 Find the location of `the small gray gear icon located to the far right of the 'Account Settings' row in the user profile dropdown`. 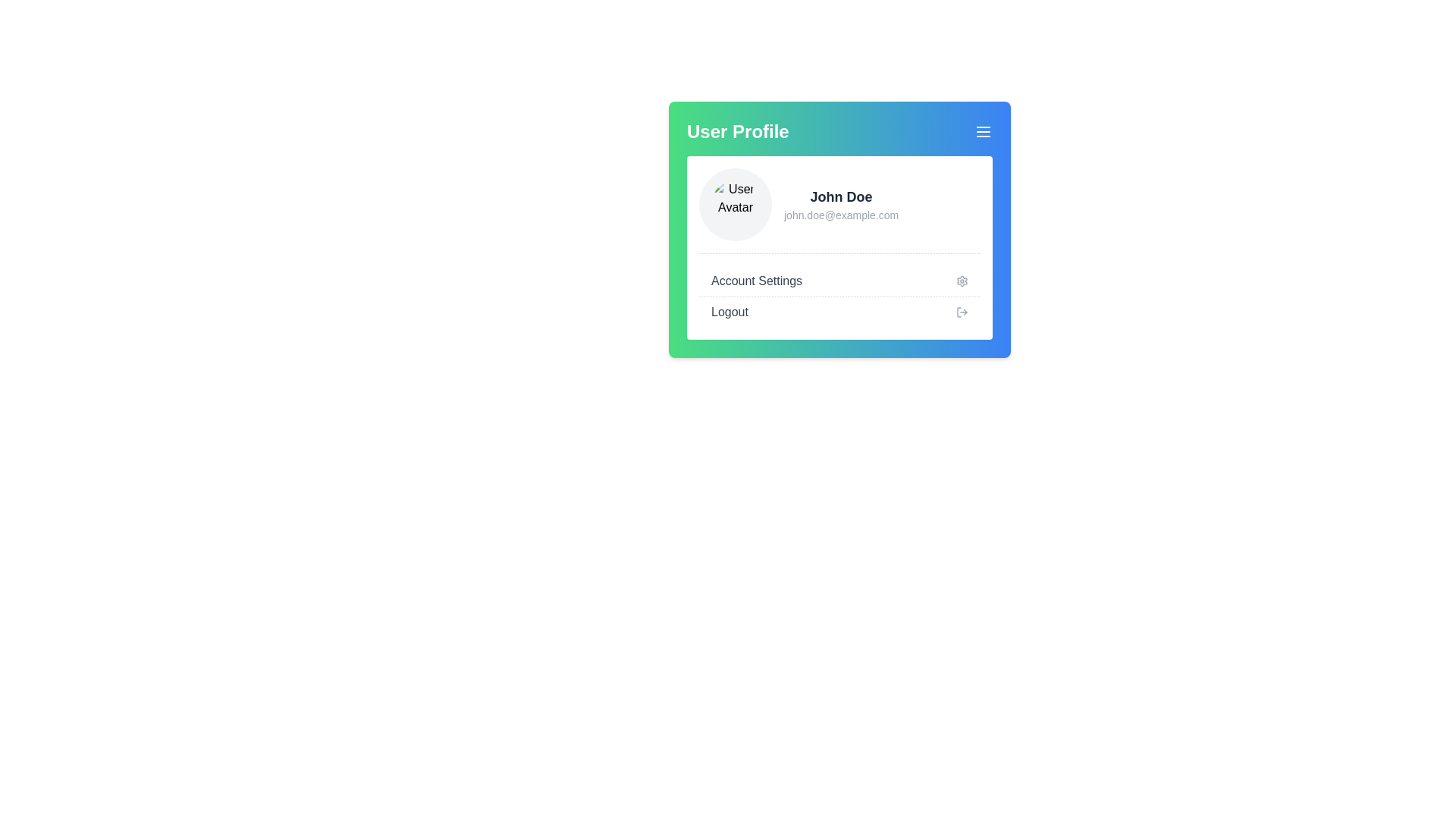

the small gray gear icon located to the far right of the 'Account Settings' row in the user profile dropdown is located at coordinates (961, 281).